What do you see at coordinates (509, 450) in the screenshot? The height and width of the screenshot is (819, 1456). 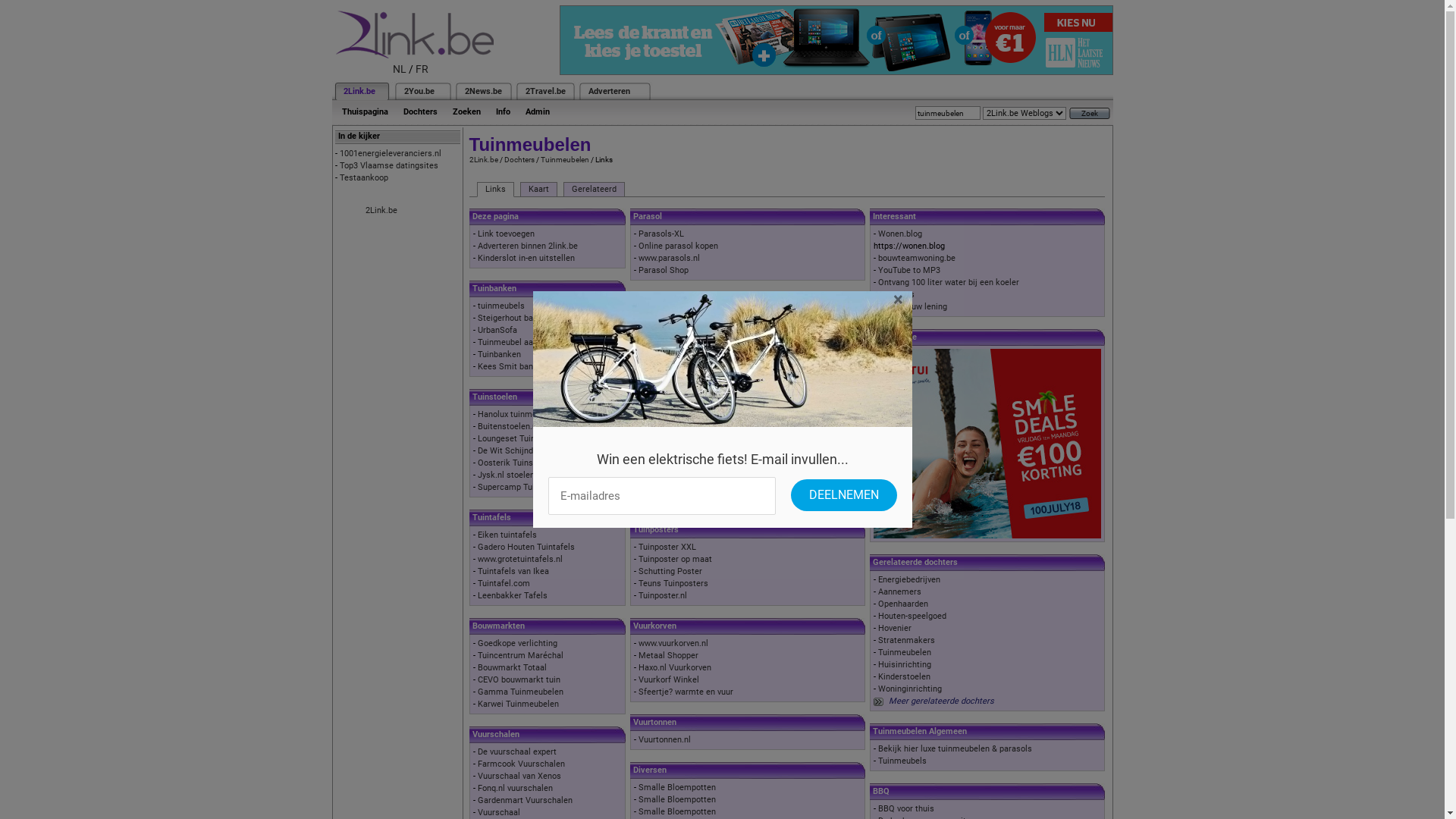 I see `'De Wit Schijndel'` at bounding box center [509, 450].